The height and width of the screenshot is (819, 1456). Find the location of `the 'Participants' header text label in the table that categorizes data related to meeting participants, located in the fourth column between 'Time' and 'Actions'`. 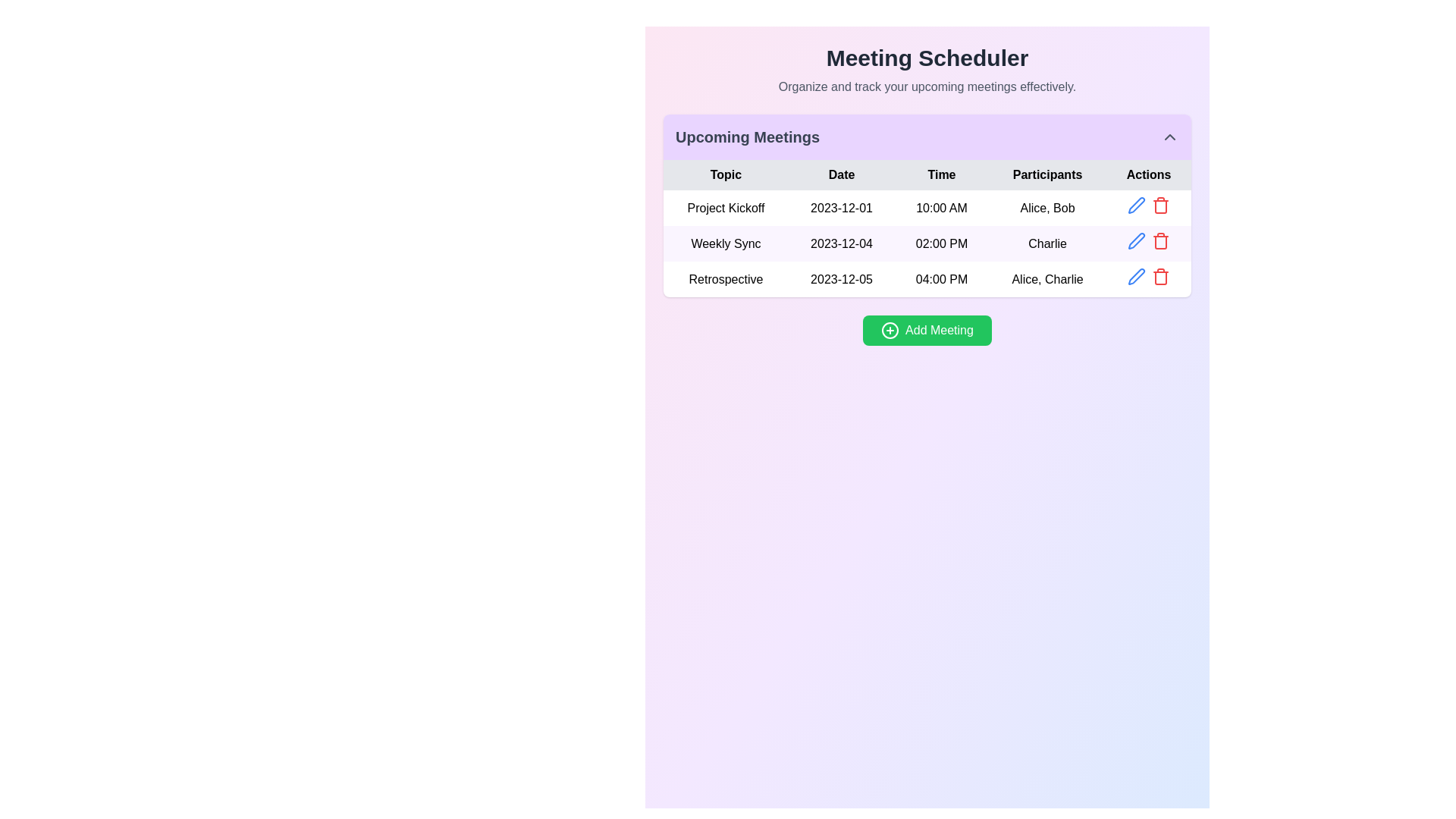

the 'Participants' header text label in the table that categorizes data related to meeting participants, located in the fourth column between 'Time' and 'Actions' is located at coordinates (1046, 174).